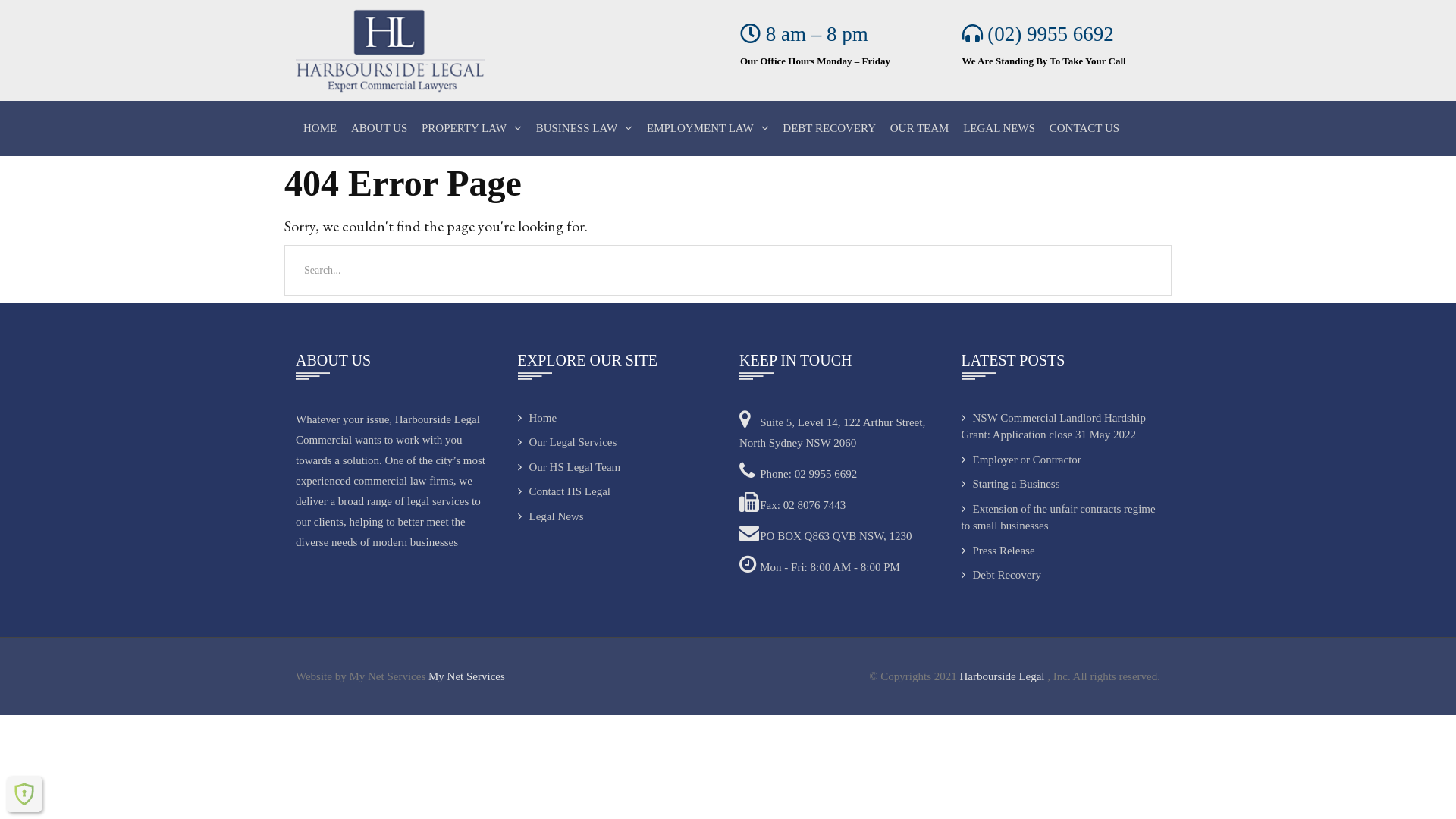 Image resolution: width=1456 pixels, height=819 pixels. I want to click on 'Extension of the unfair contracts regime to small businesses', so click(1058, 516).